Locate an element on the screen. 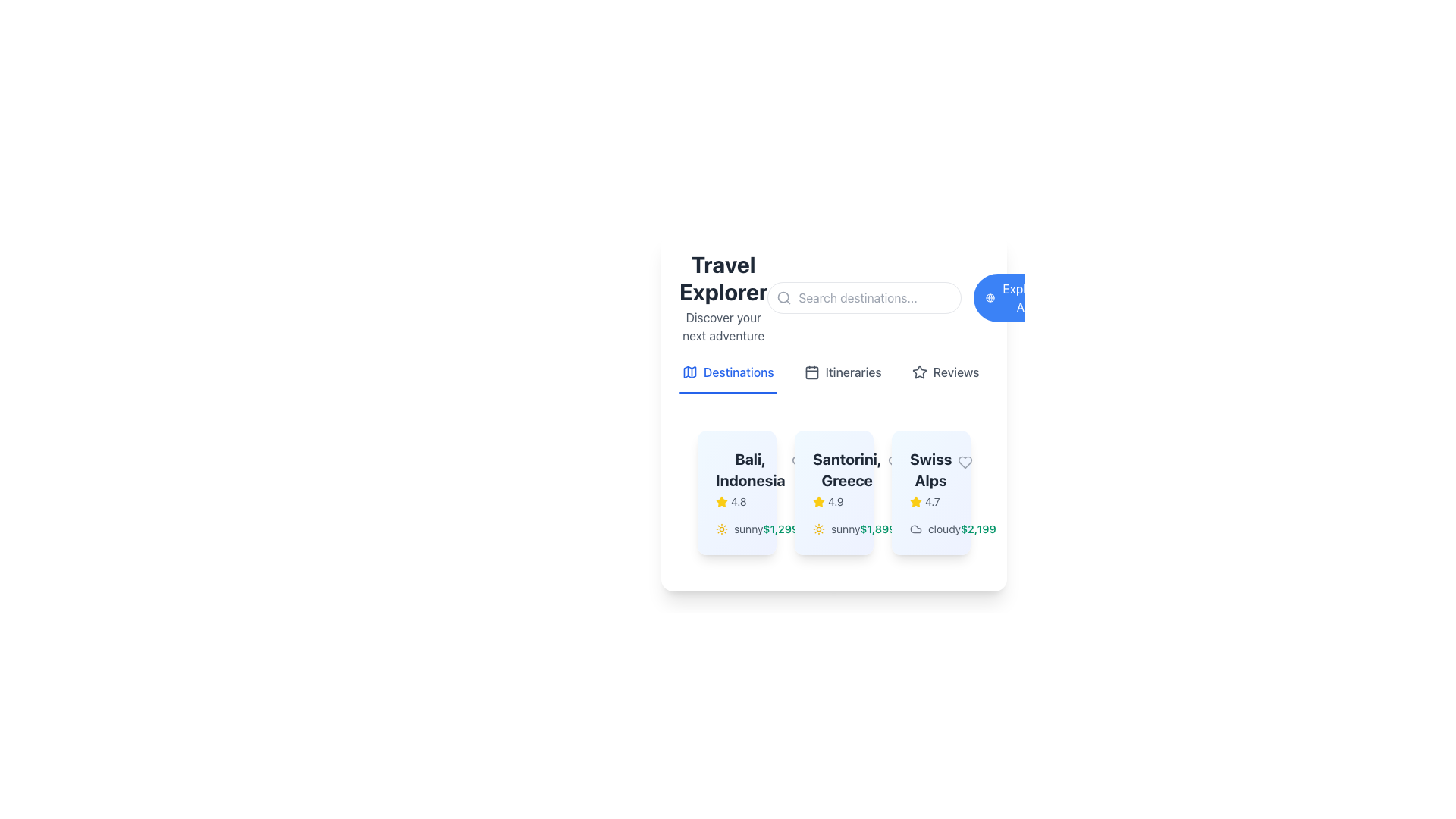 This screenshot has height=819, width=1456. the weather conditions descriptor indicating 'sunny' for the 'Santorini, Greece' card, which is the second horizontally-aligned descriptor in the bottom section of the card is located at coordinates (833, 529).